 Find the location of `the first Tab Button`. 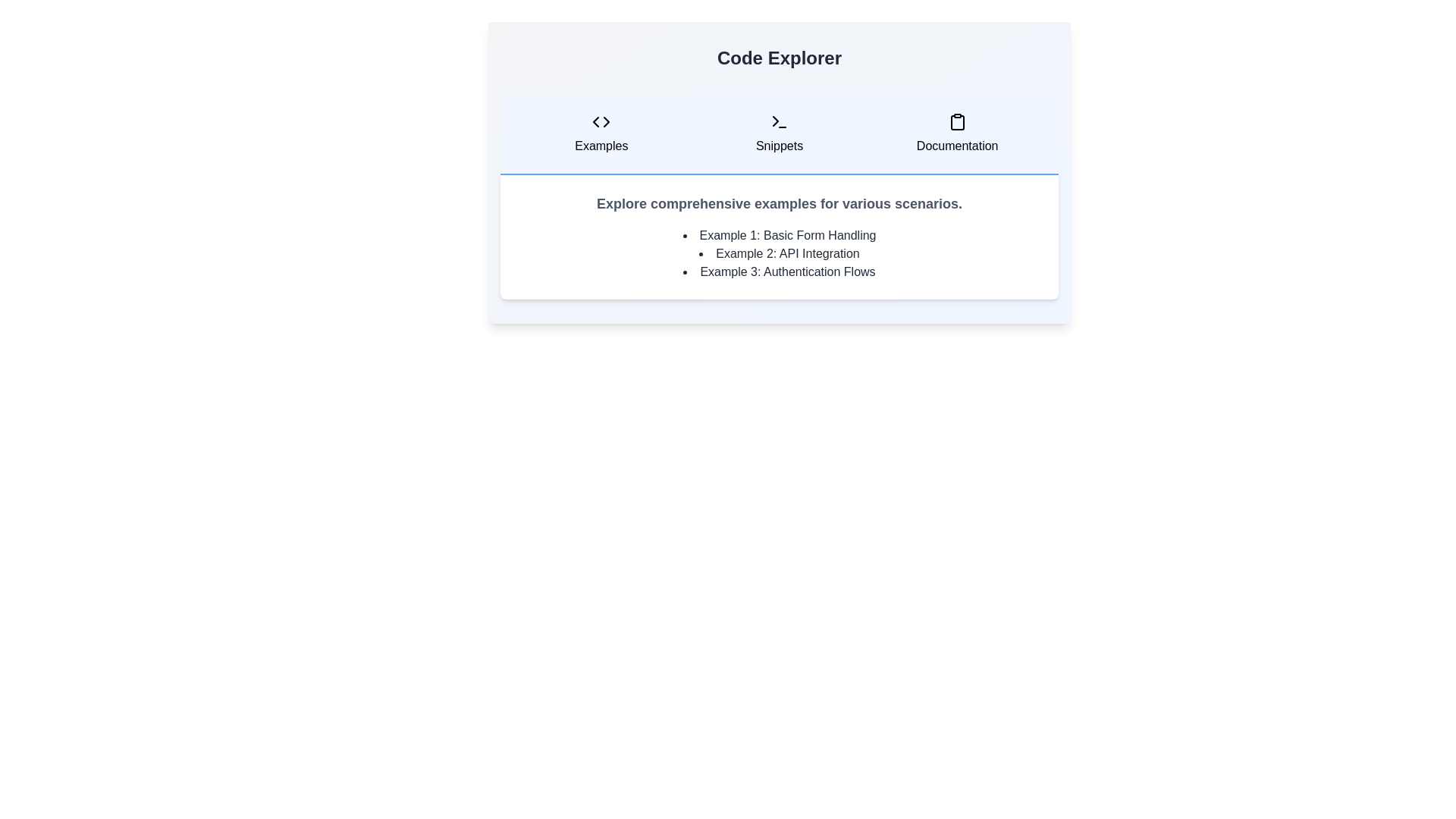

the first Tab Button is located at coordinates (601, 133).